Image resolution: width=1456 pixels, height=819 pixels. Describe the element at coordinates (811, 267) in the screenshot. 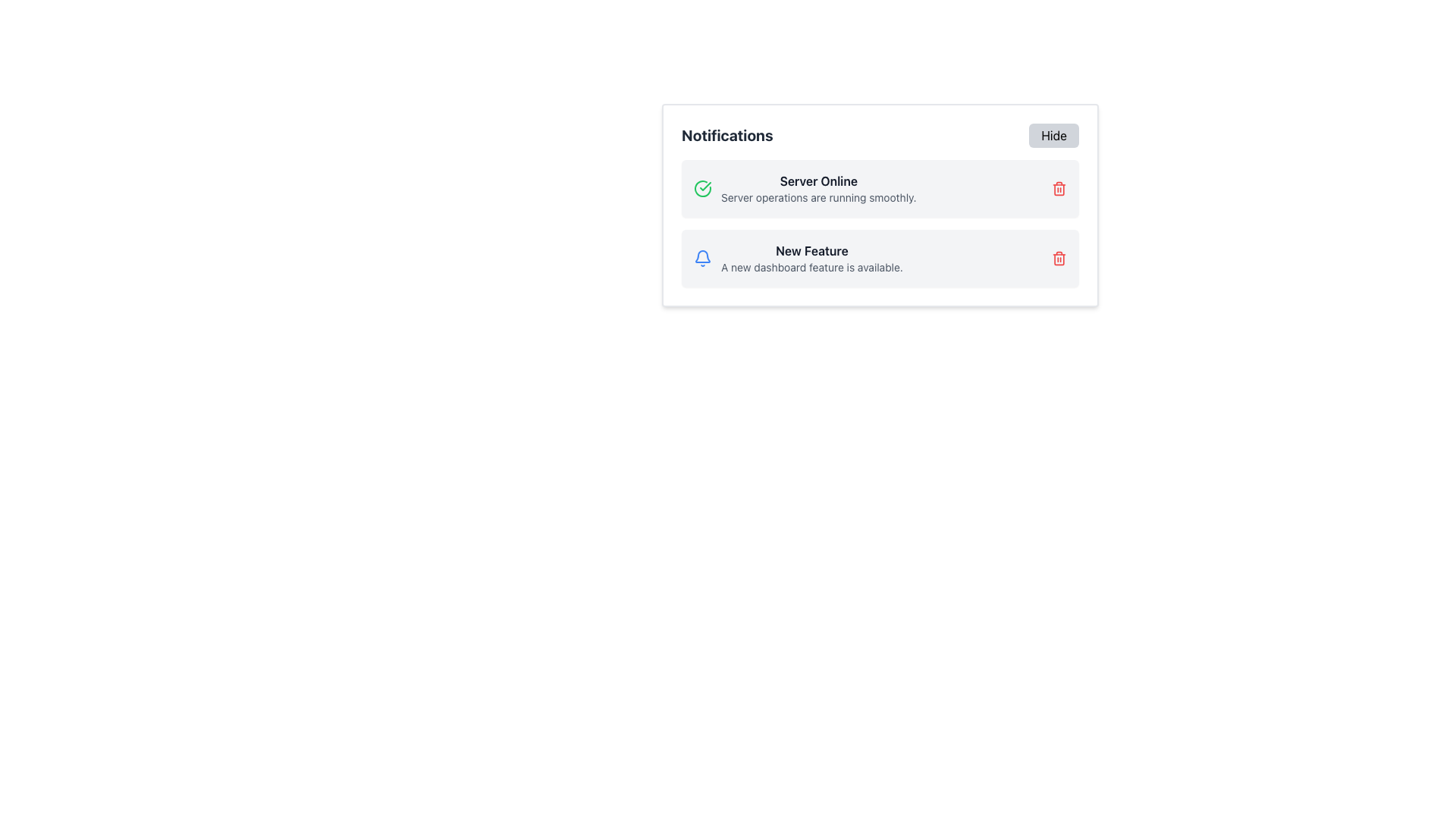

I see `additional information text located beneath the 'New Feature' heading in the notification card, which is positioned below the 'Server Online' notification` at that location.